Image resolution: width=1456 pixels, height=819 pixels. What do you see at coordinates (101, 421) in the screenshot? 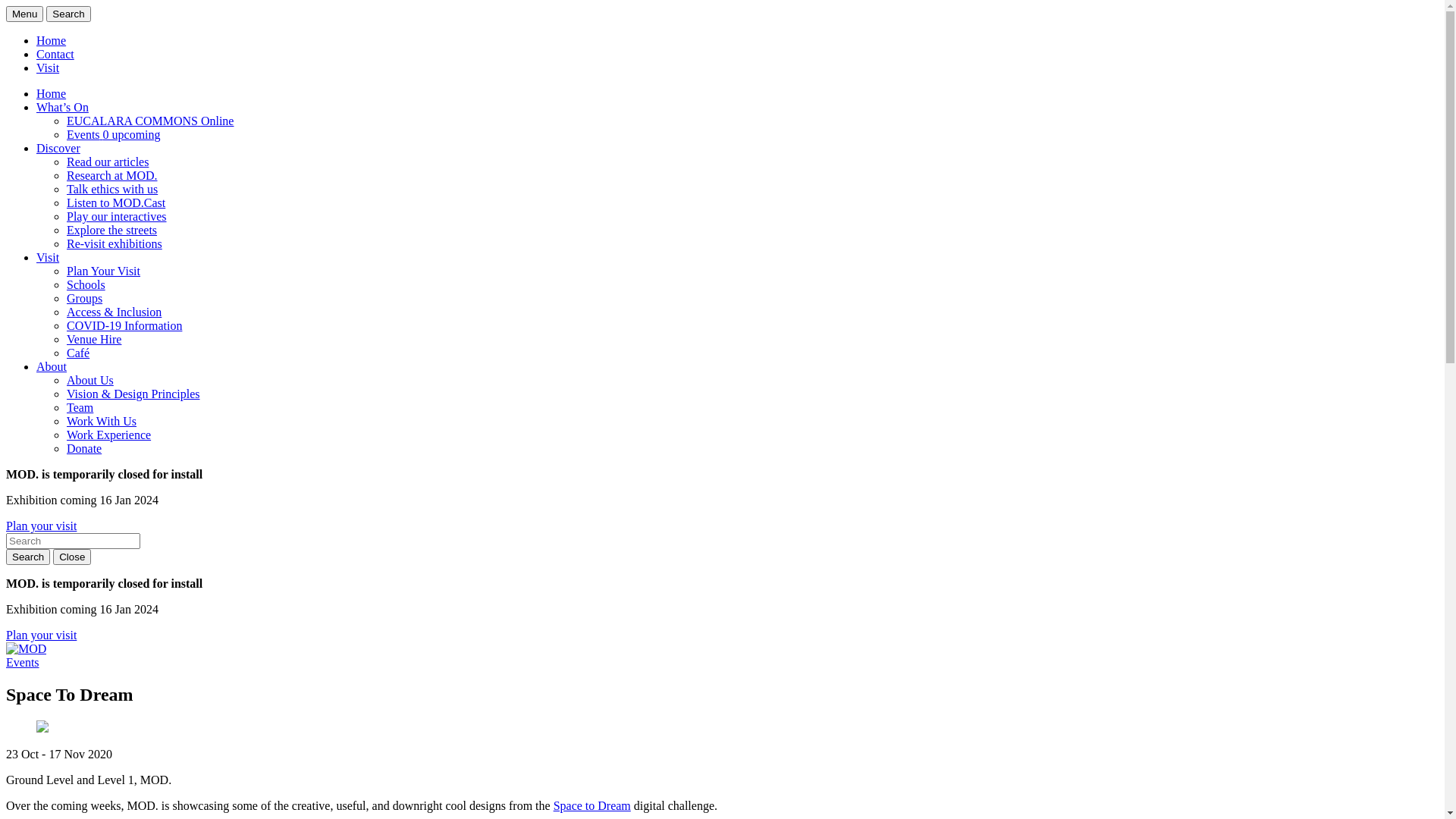
I see `'Work With Us'` at bounding box center [101, 421].